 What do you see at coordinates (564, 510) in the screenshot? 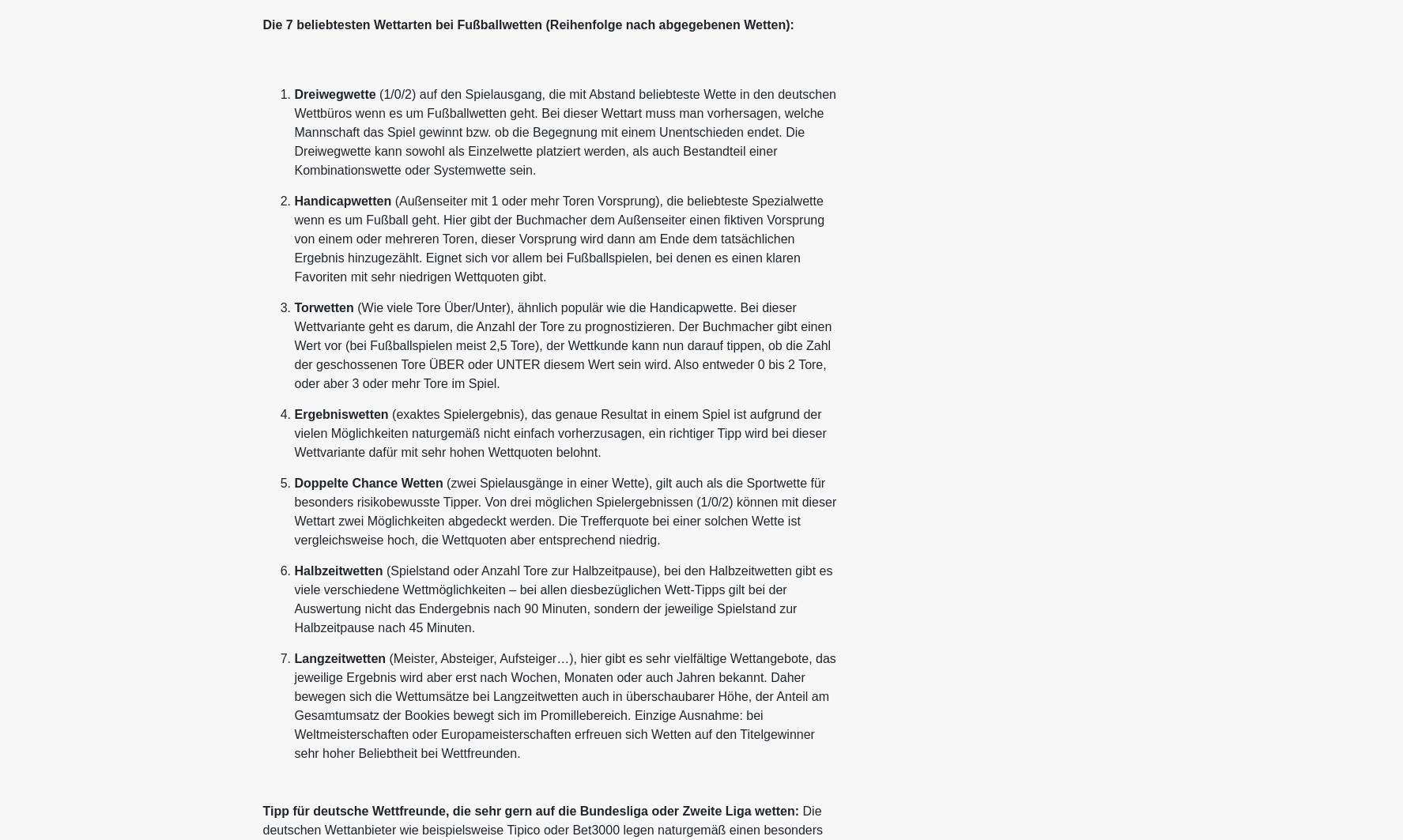
I see `'(zwei Spielausgänge in einer Wette), gilt auch als die Sportwette für besonders risikobewusste Tipper. Von drei möglichen Spielergebnissen (1/0/2) können mit dieser Wettart zwei Möglichkeiten abgedeckt werden. Die Trefferquote bei einer solchen Wette ist vergleichsweise hoch, die Wettquoten aber entsprechend niedrig.'` at bounding box center [564, 510].